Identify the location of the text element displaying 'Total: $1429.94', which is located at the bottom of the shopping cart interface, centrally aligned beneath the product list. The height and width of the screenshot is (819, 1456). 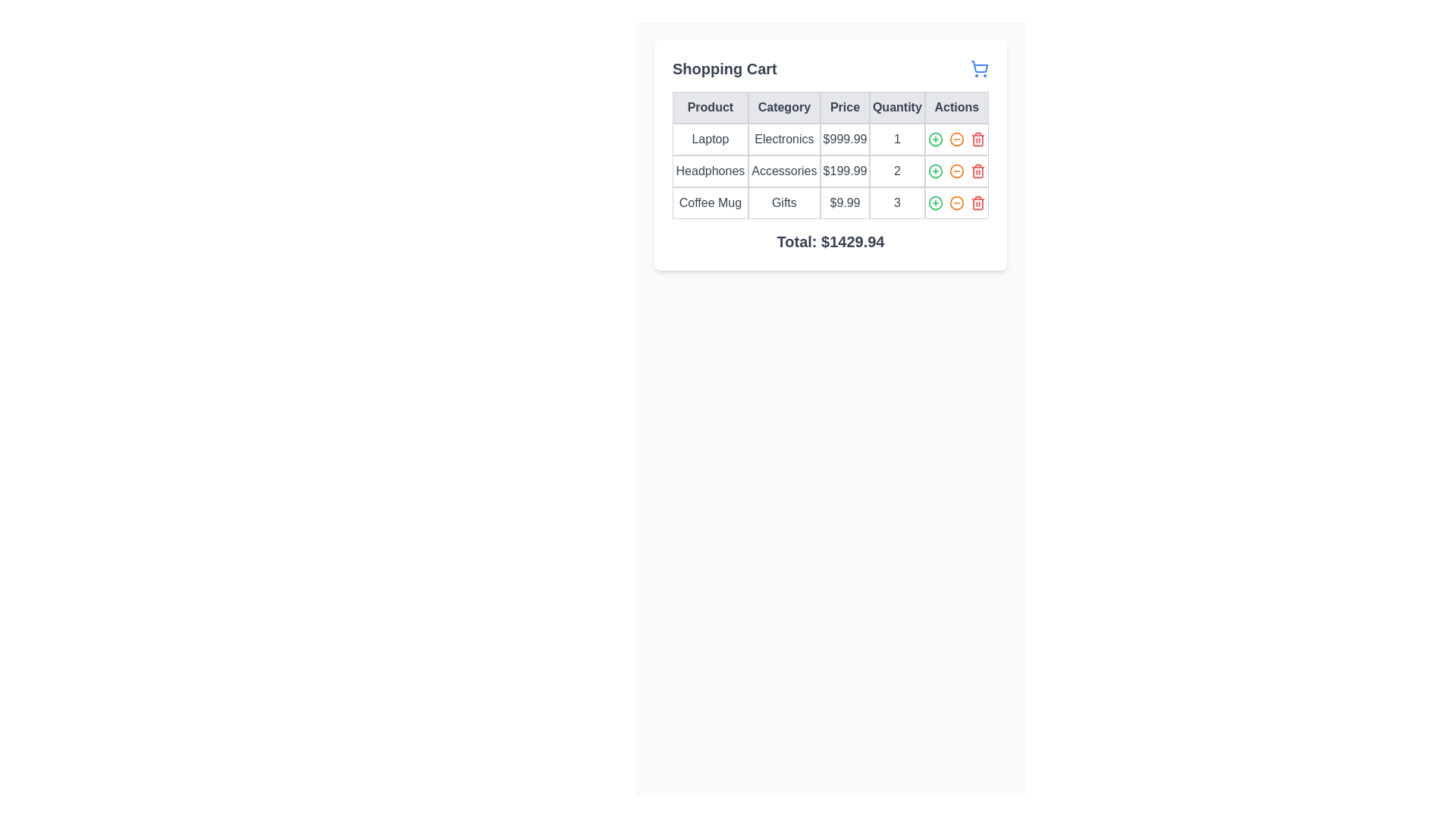
(830, 241).